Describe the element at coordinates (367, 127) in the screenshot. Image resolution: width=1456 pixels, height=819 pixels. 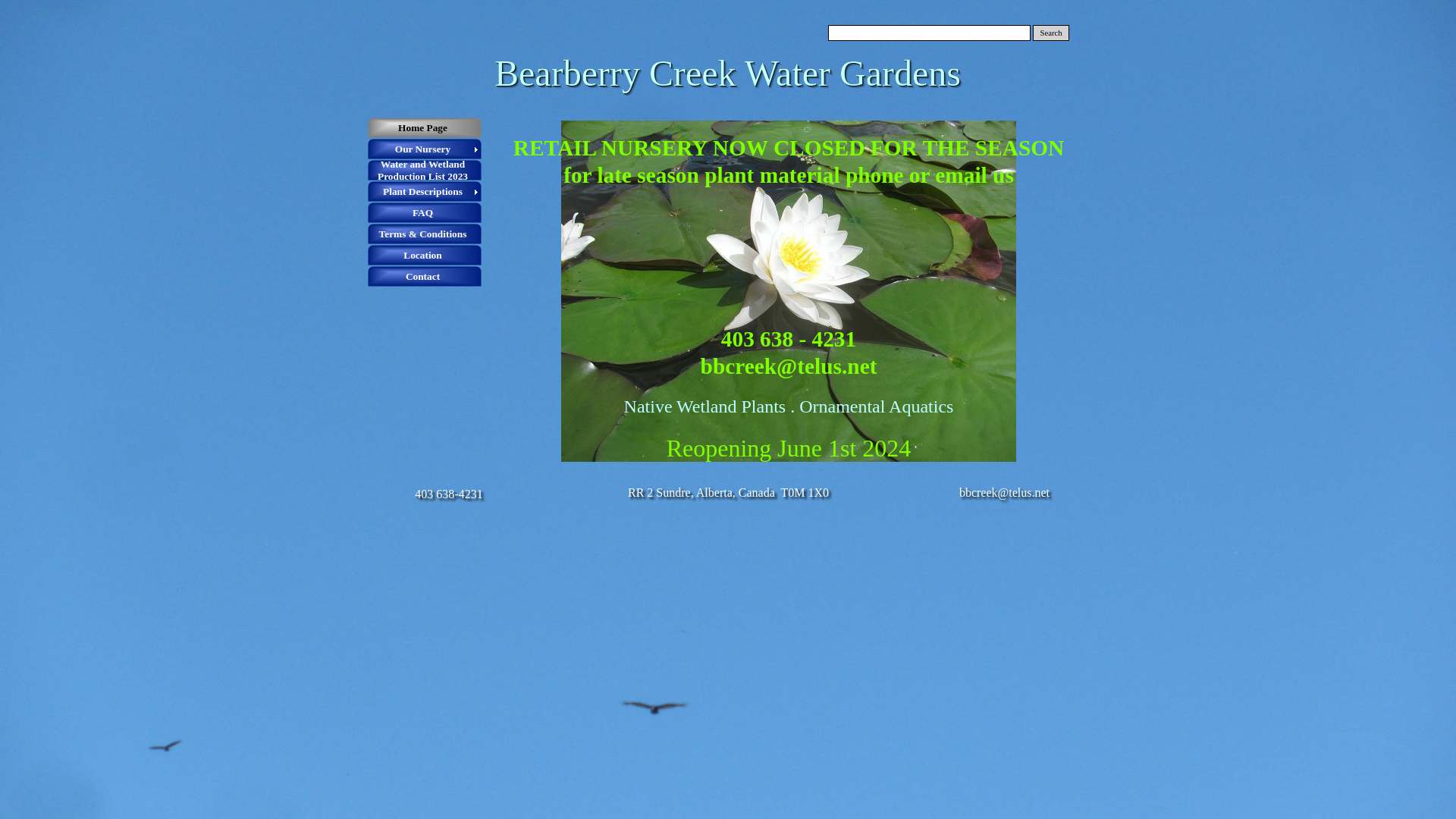
I see `'Home Page'` at that location.